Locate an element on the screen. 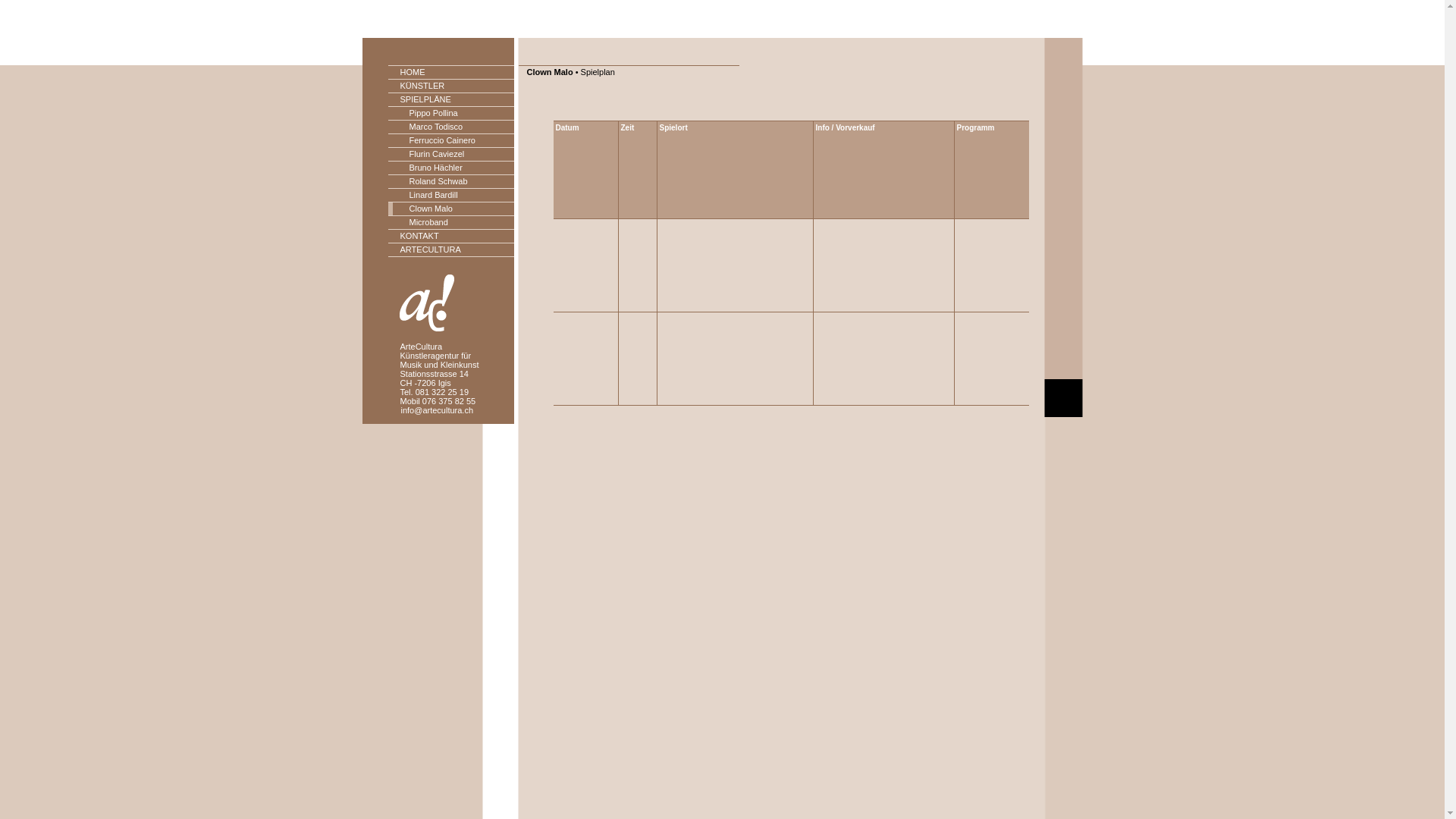  'info@artecultura.ch' is located at coordinates (436, 409).